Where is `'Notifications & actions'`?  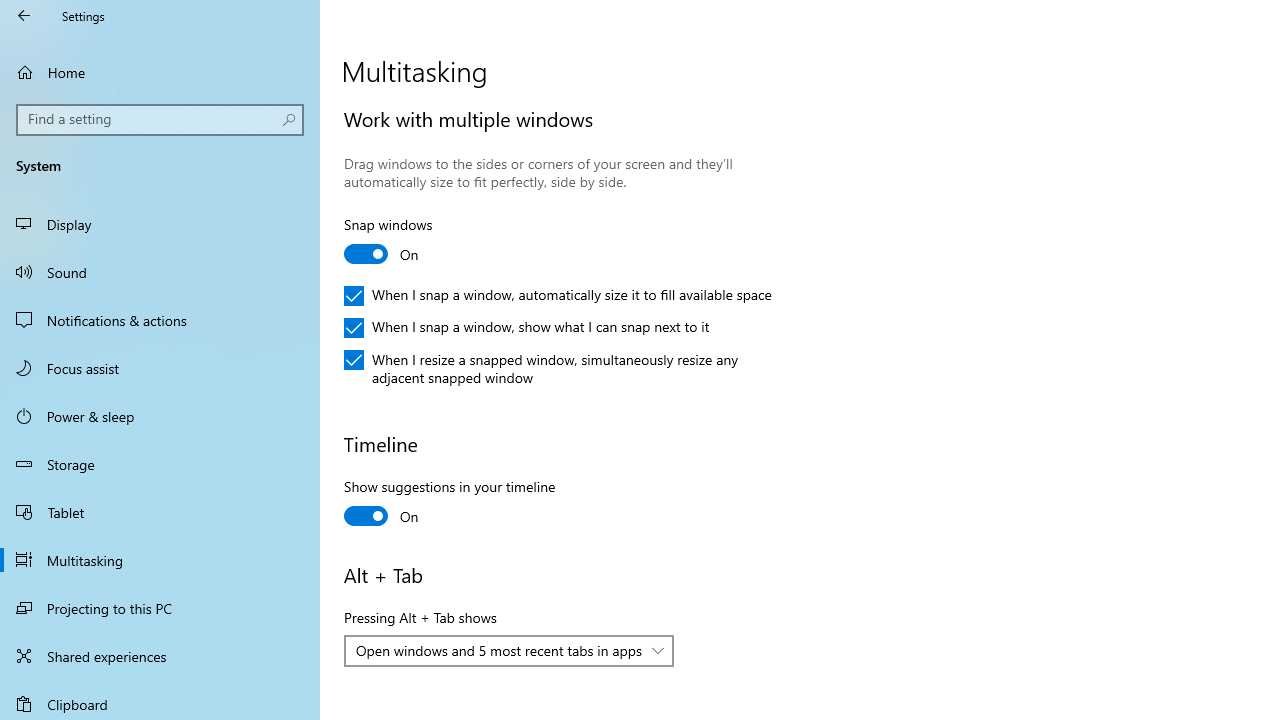 'Notifications & actions' is located at coordinates (160, 319).